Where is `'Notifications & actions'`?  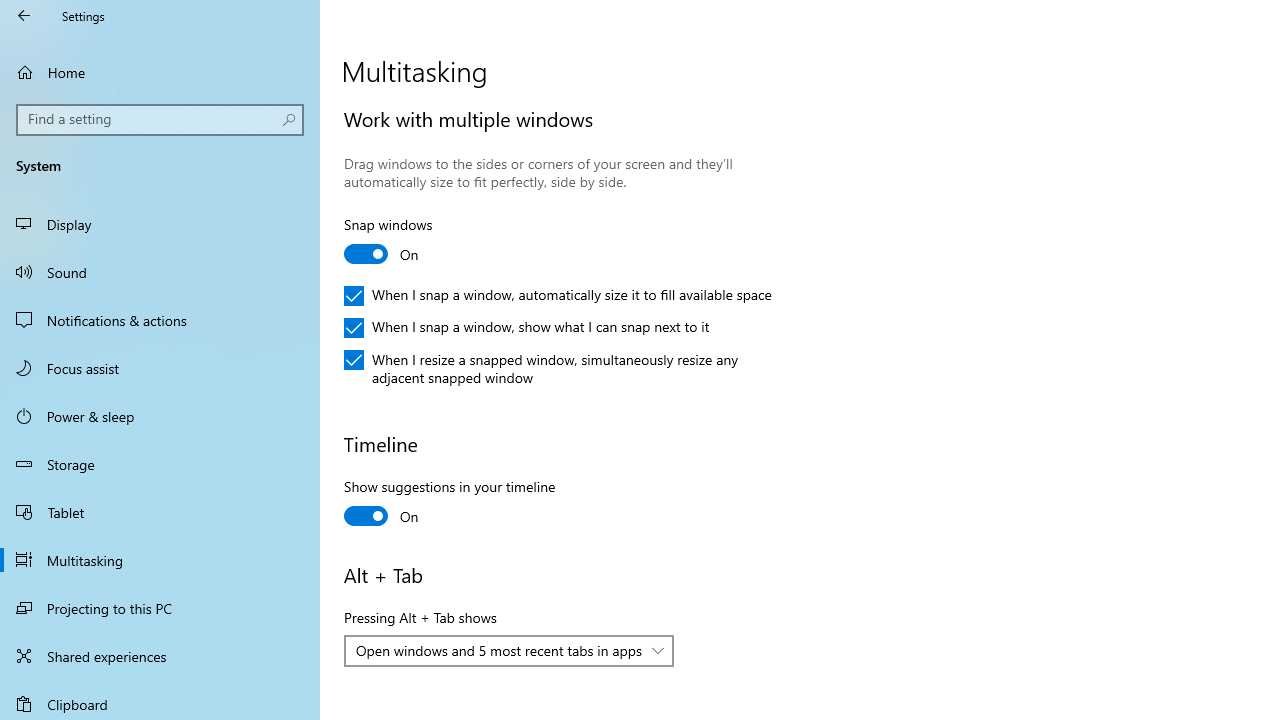 'Notifications & actions' is located at coordinates (160, 319).